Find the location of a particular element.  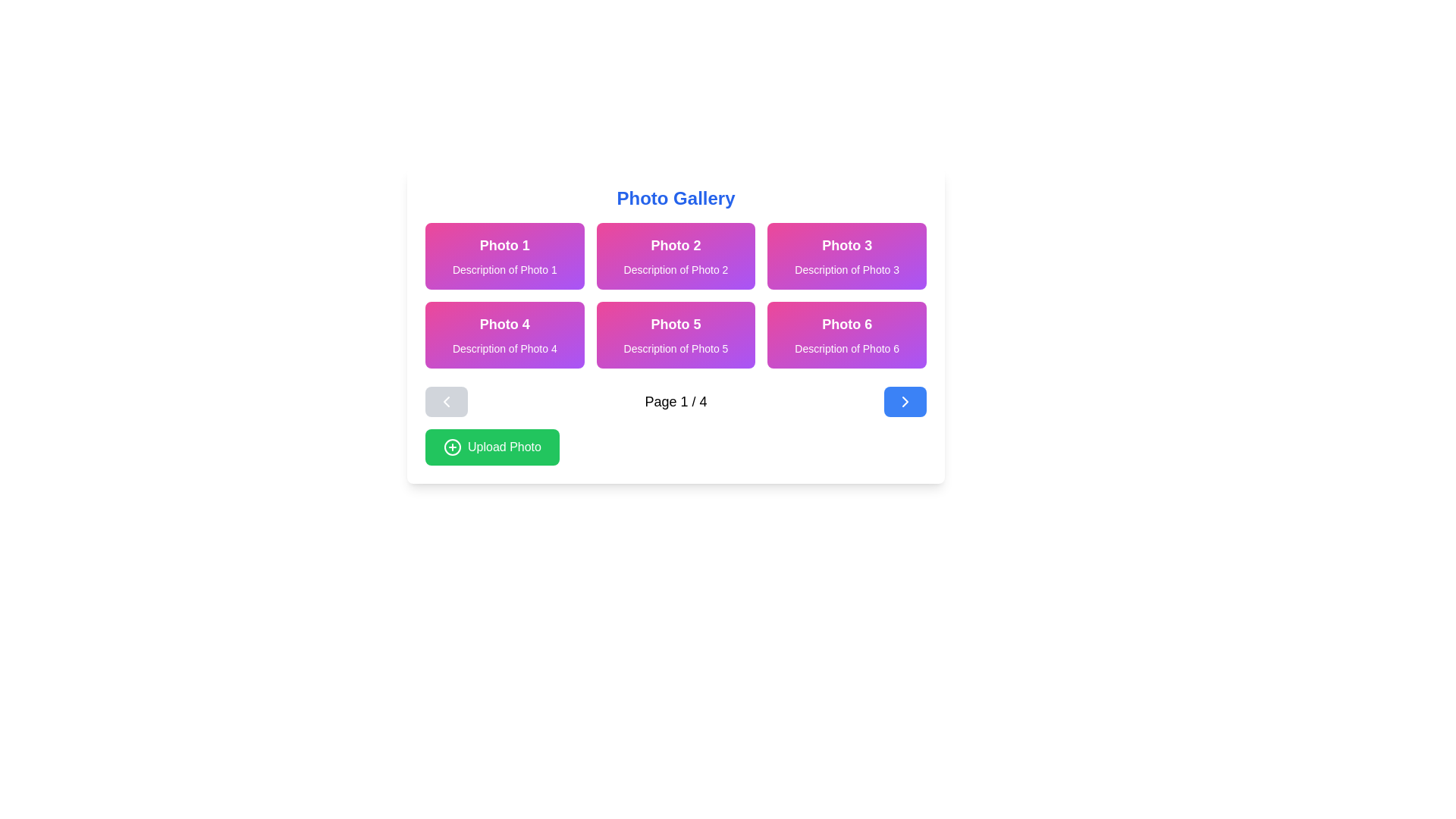

the green camera icon circle element that is part of the viewfinder design on the 'Upload Photo' button located at the bottom-left section of the white card interface is located at coordinates (451, 447).